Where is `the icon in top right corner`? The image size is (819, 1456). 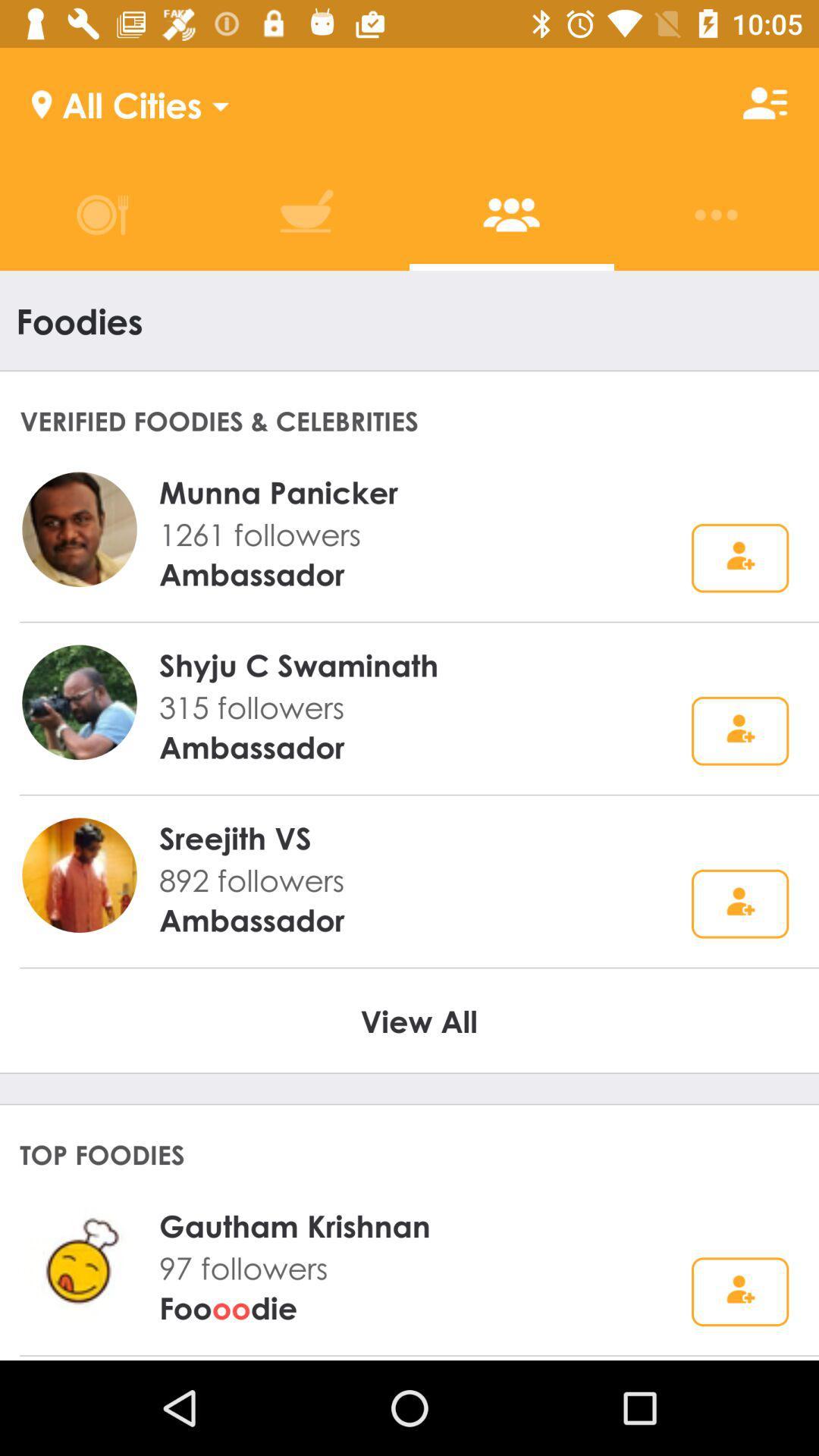
the icon in top right corner is located at coordinates (765, 103).